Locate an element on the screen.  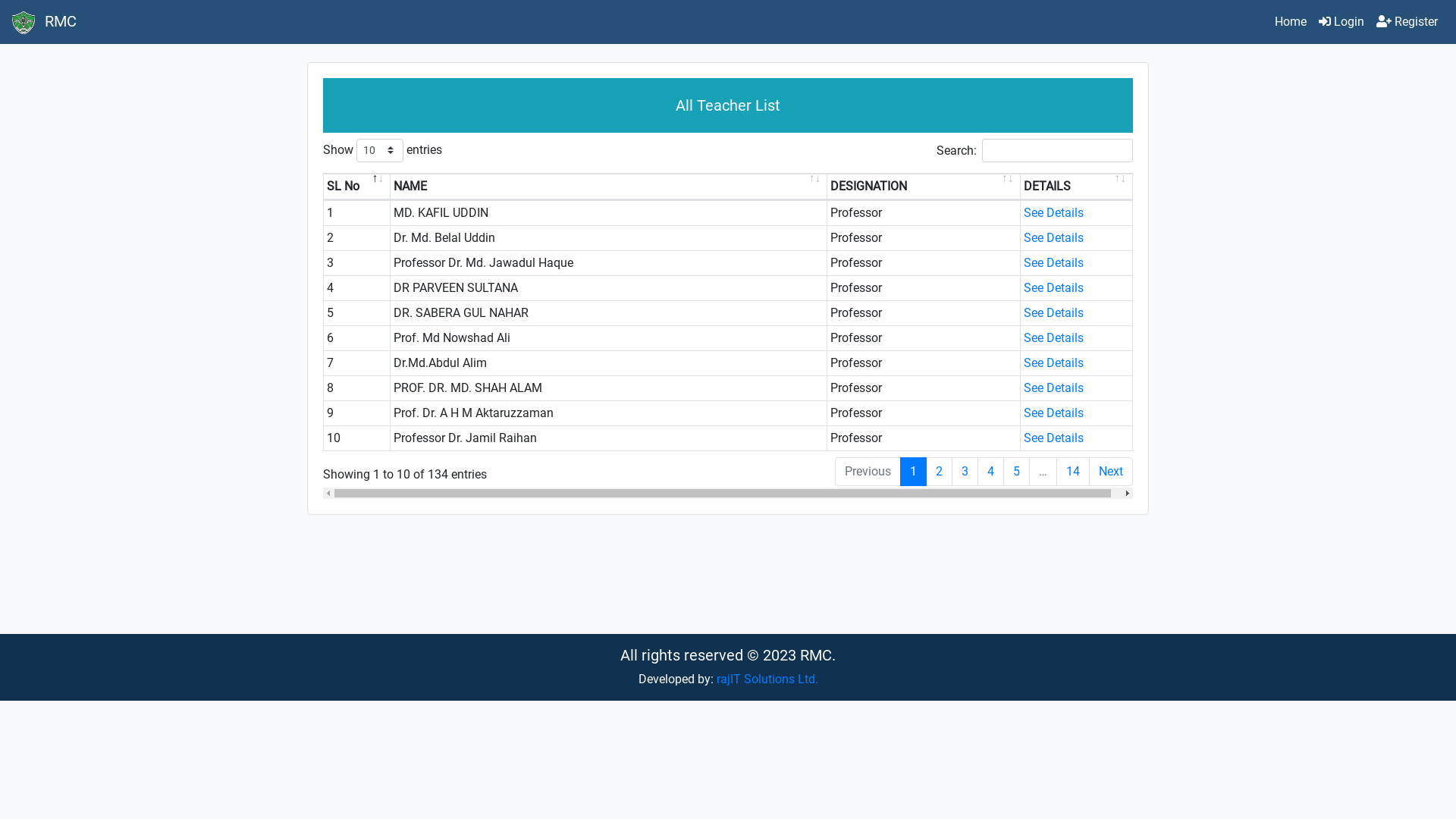
'See Details' is located at coordinates (1053, 438).